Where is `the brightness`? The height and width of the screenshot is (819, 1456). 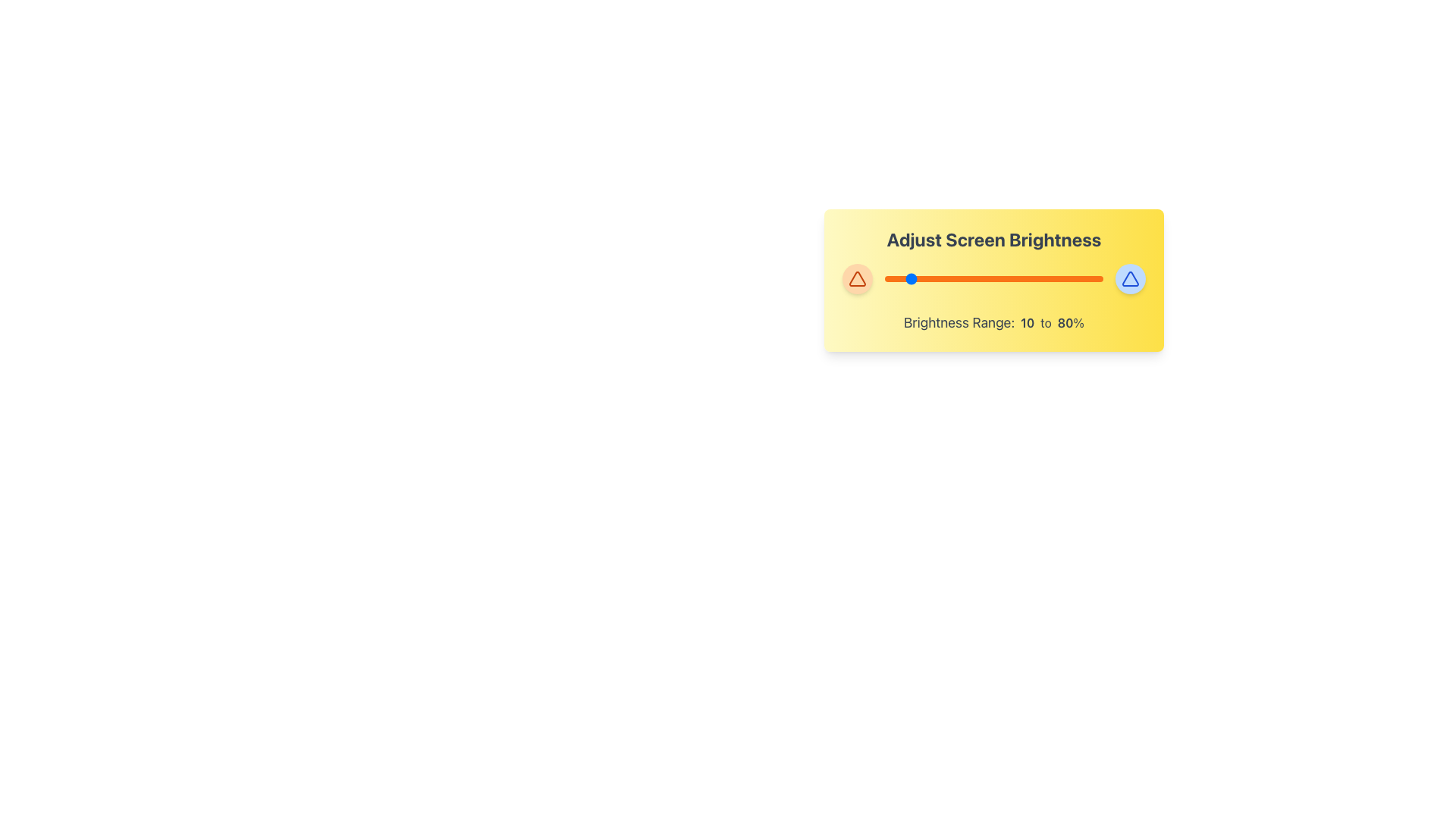 the brightness is located at coordinates (949, 278).